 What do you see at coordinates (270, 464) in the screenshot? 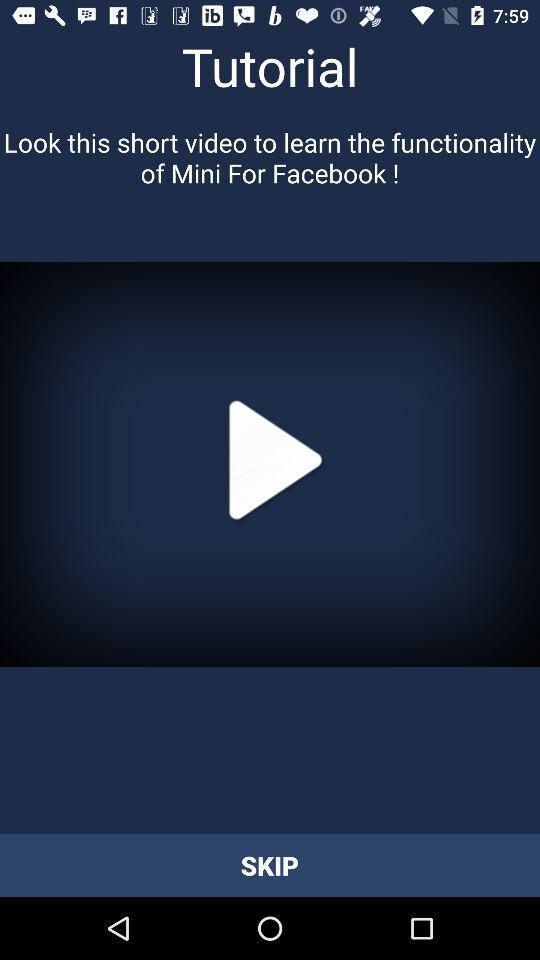
I see `autoplay icon option` at bounding box center [270, 464].